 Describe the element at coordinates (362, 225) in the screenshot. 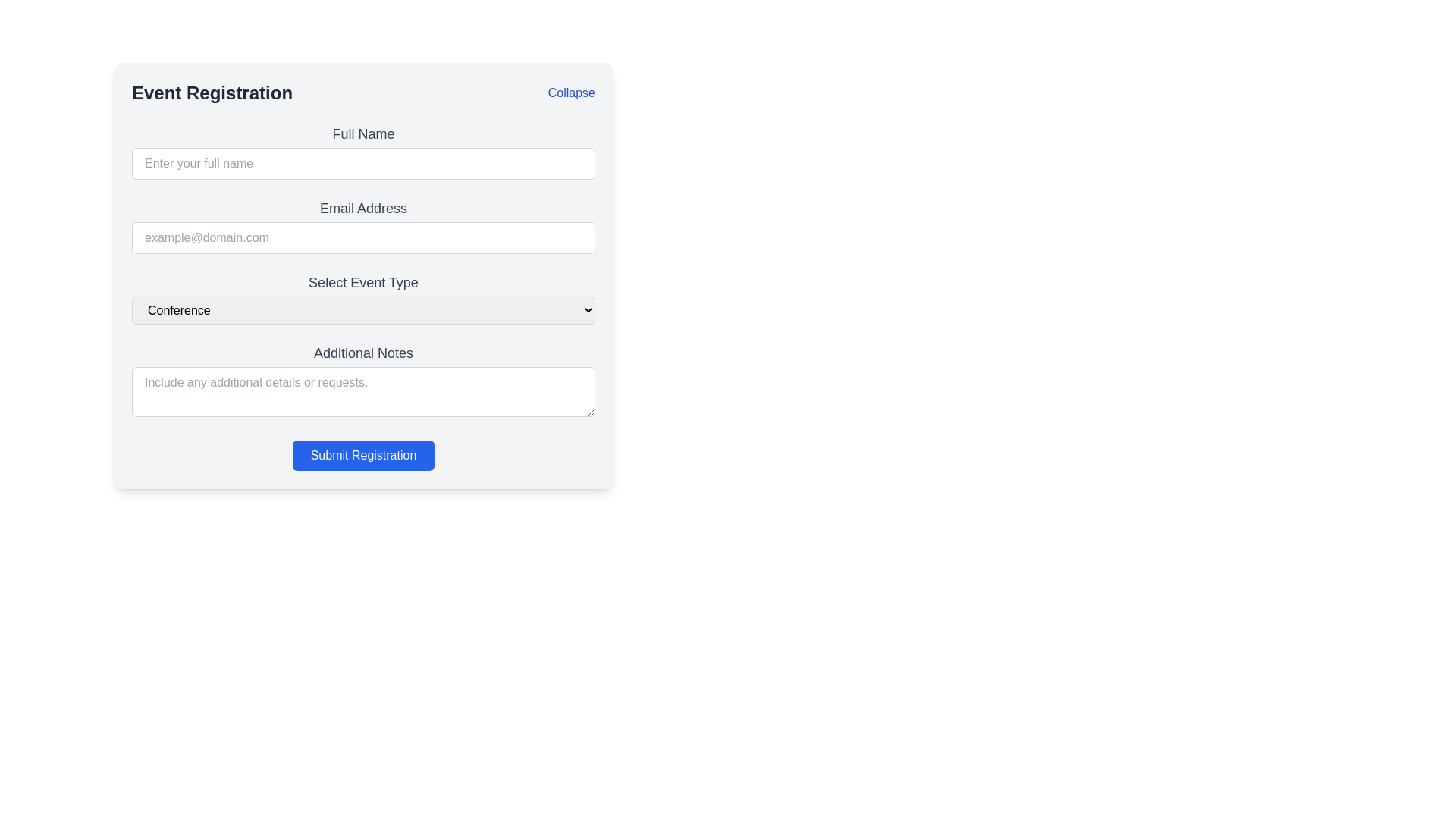

I see `the 'Email Address' input box located in the 'Event Registration' section` at that location.